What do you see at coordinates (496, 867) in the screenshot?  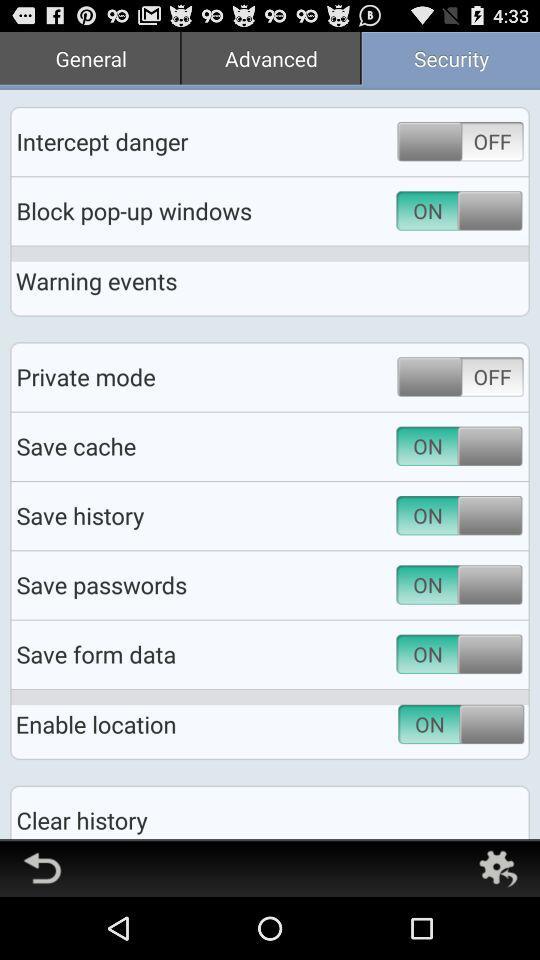 I see `go back` at bounding box center [496, 867].